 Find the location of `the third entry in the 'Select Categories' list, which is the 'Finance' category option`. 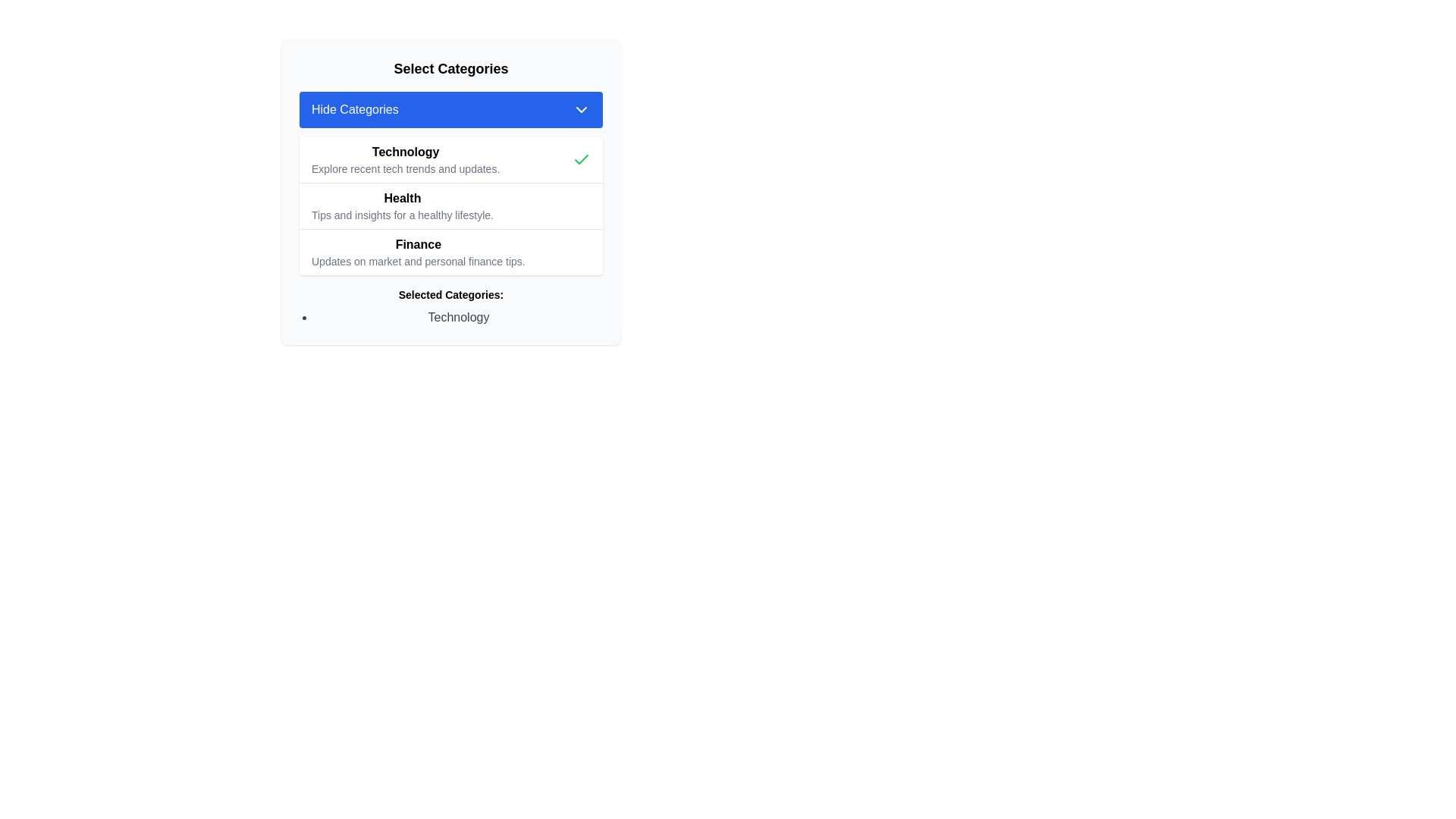

the third entry in the 'Select Categories' list, which is the 'Finance' category option is located at coordinates (450, 251).